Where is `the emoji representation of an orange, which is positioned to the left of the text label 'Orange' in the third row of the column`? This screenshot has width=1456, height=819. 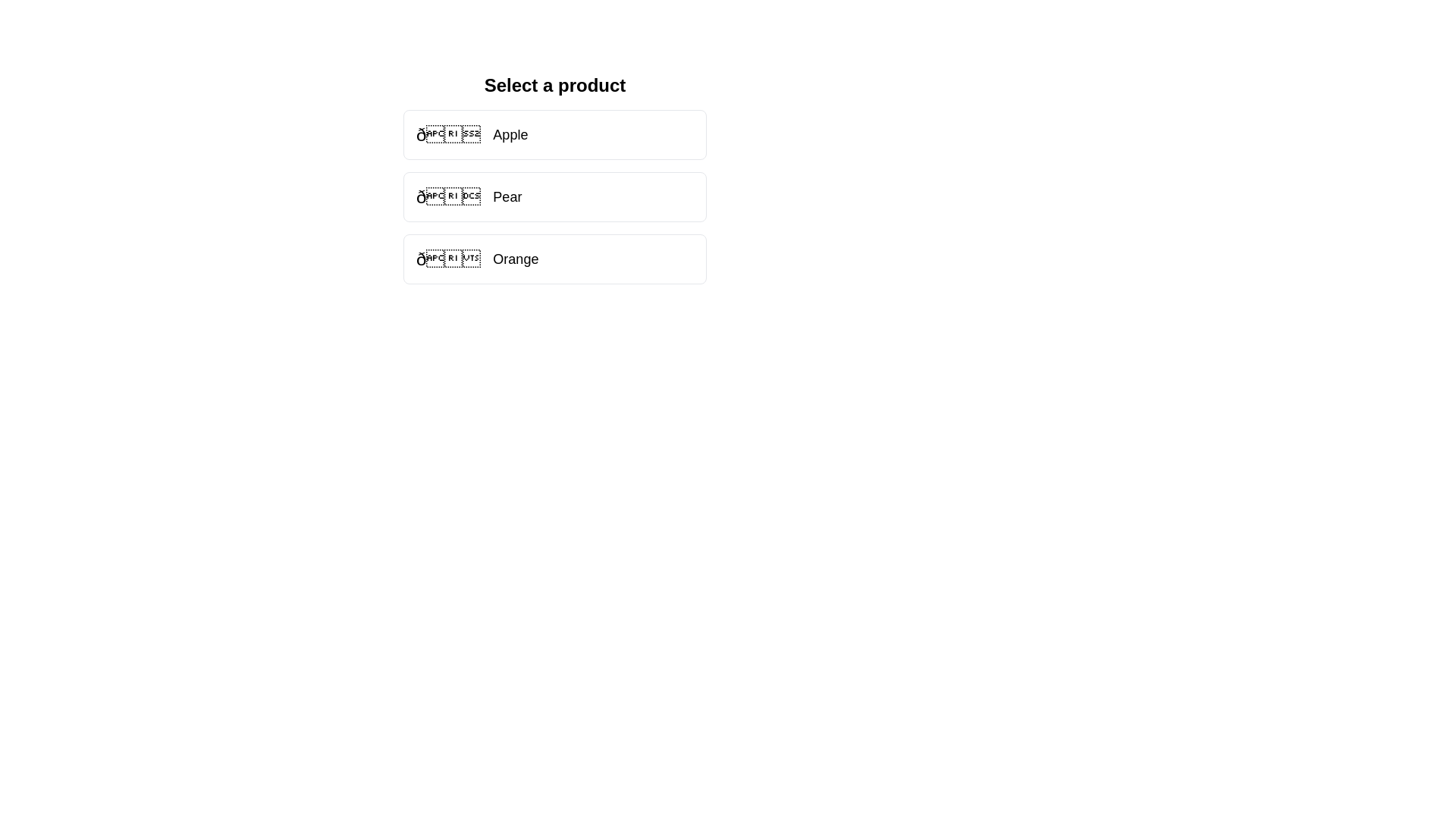
the emoji representation of an orange, which is positioned to the left of the text label 'Orange' in the third row of the column is located at coordinates (447, 259).